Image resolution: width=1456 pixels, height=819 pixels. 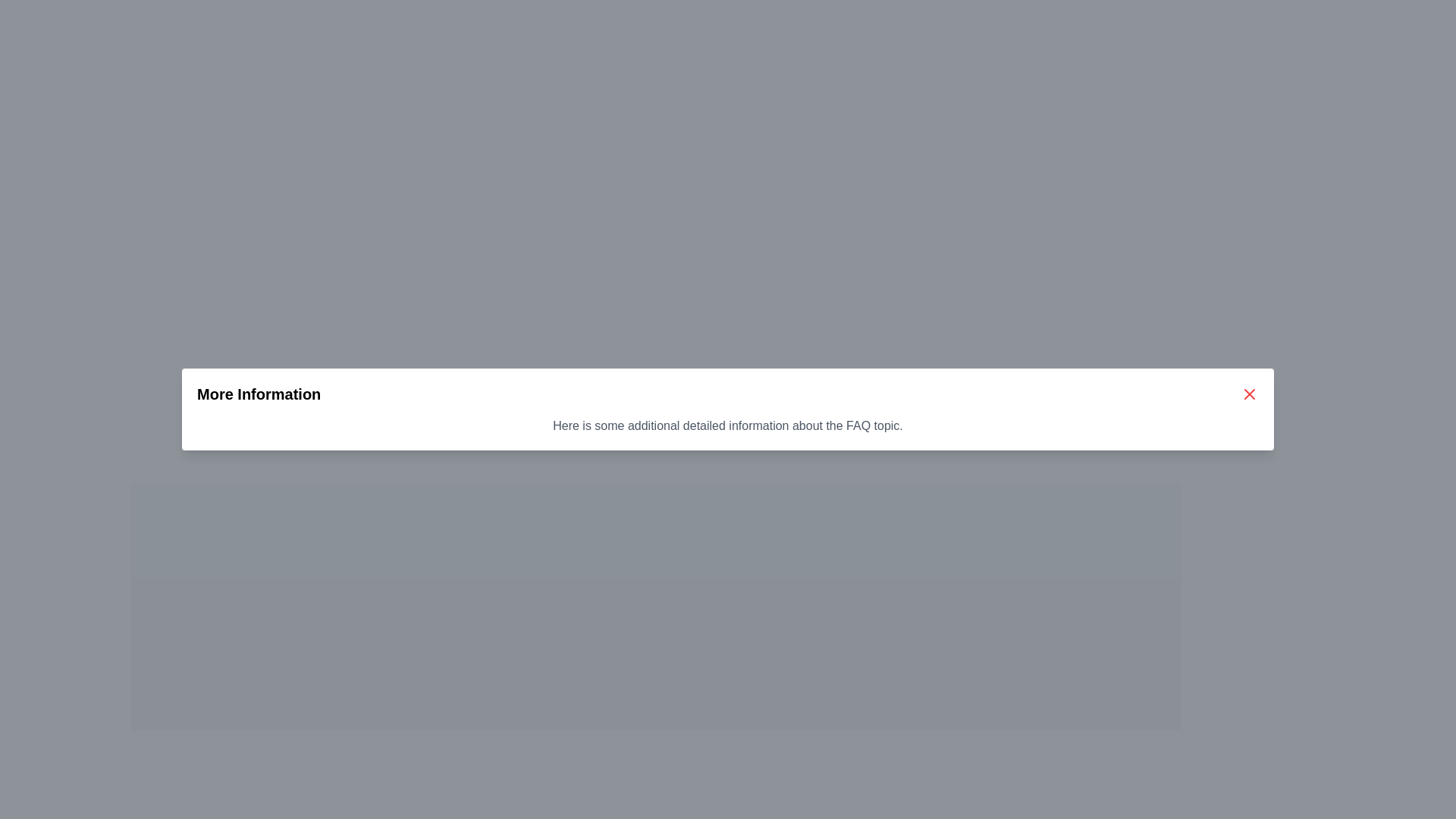 I want to click on the red close icon located at the top-right of the informational box, so click(x=1249, y=394).